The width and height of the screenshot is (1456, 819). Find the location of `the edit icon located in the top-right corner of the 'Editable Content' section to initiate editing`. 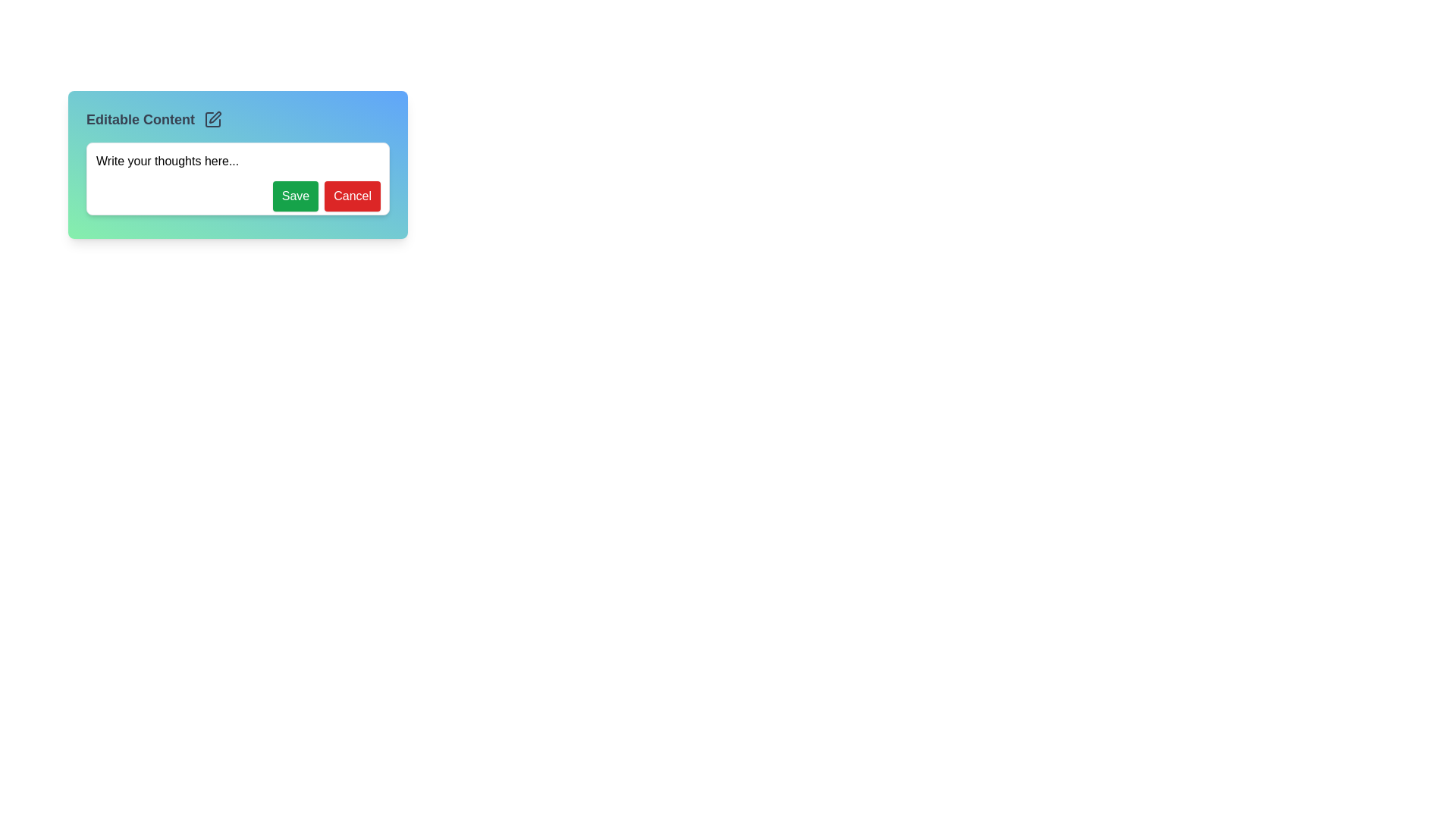

the edit icon located in the top-right corner of the 'Editable Content' section to initiate editing is located at coordinates (214, 116).